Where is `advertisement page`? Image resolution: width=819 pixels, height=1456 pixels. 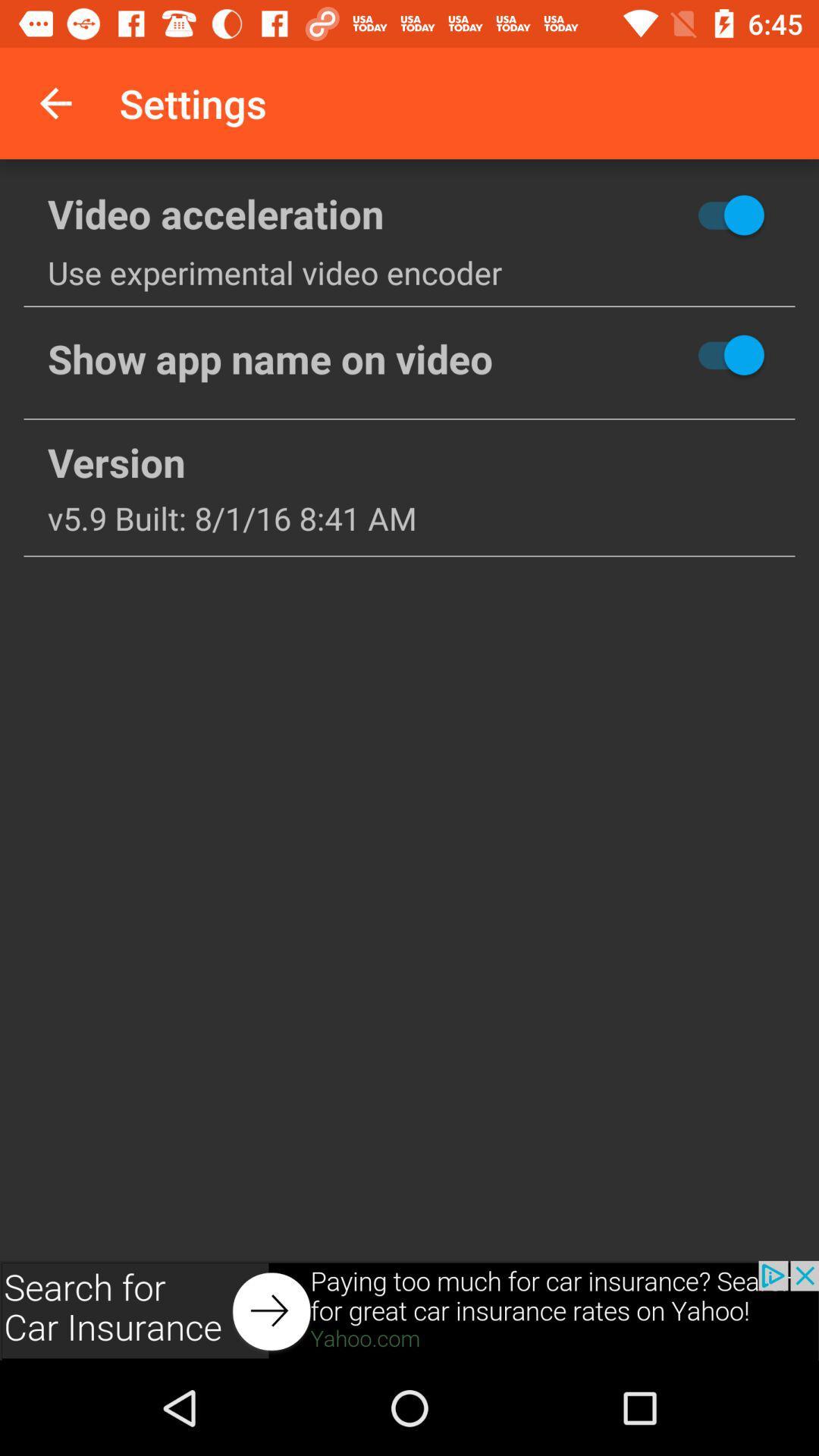 advertisement page is located at coordinates (409, 1310).